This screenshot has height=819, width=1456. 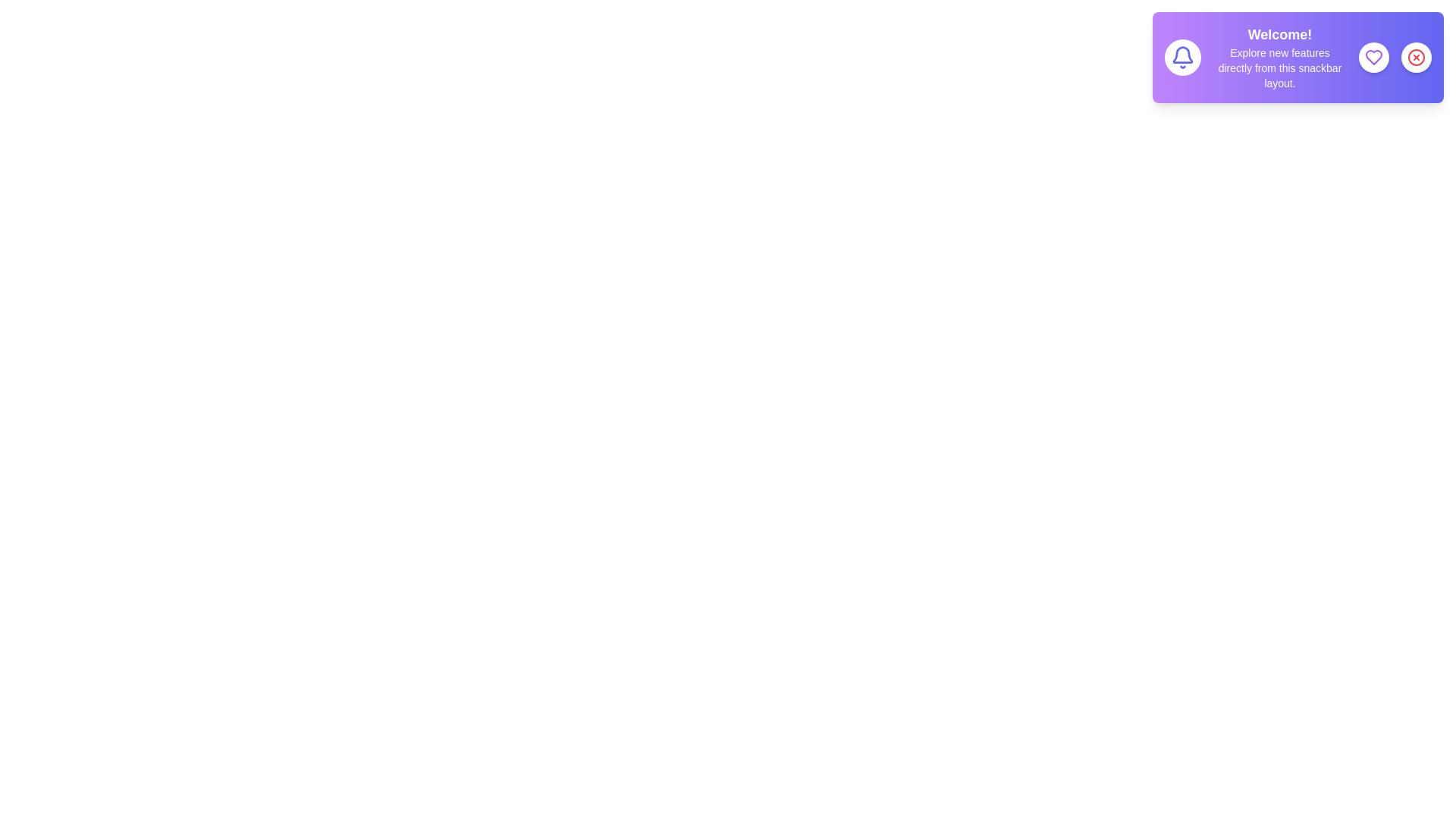 What do you see at coordinates (1373, 57) in the screenshot?
I see `heart button to trigger an event` at bounding box center [1373, 57].